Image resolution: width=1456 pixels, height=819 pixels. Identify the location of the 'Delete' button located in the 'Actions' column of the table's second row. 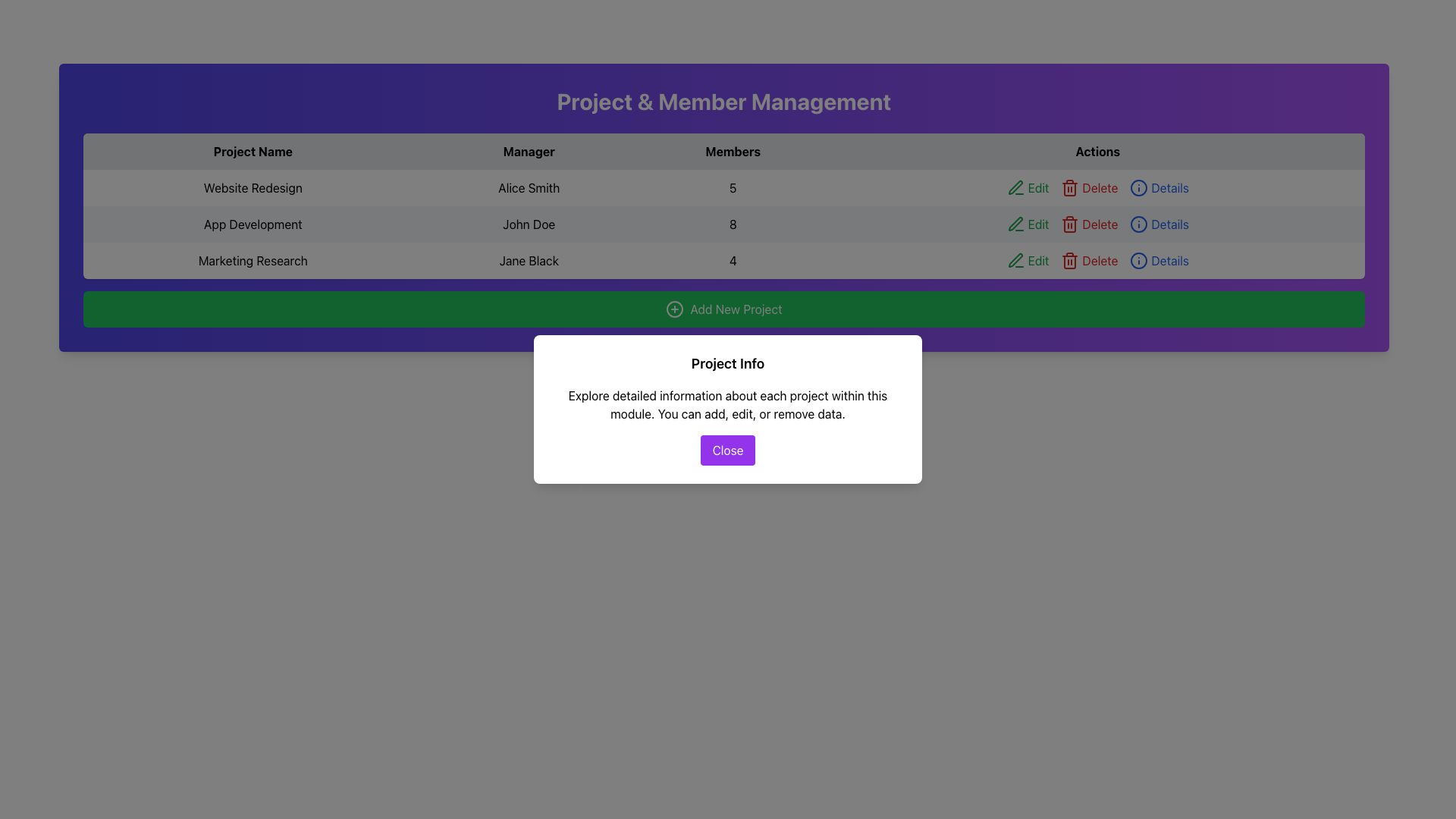
(1088, 224).